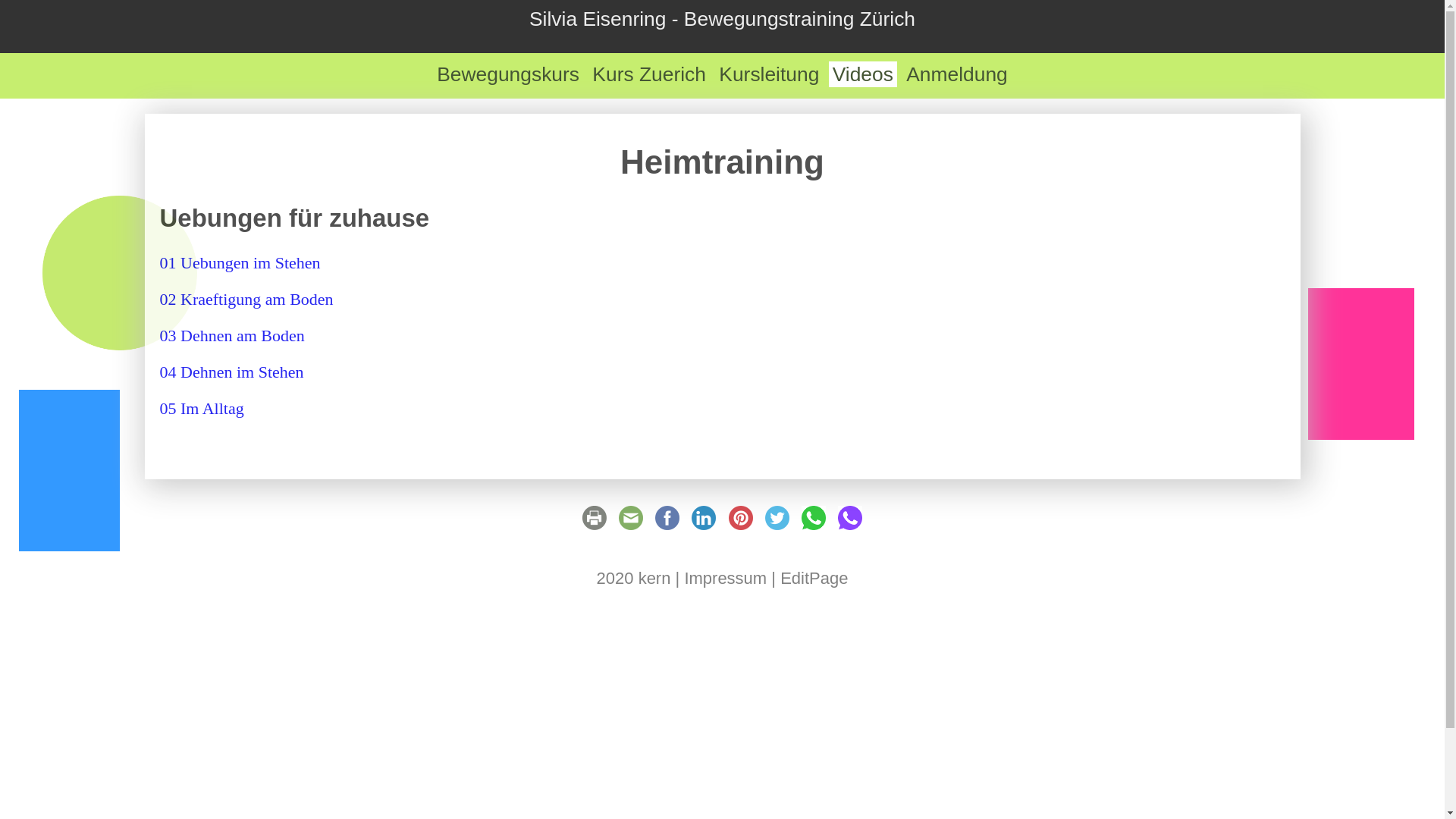 The height and width of the screenshot is (819, 1456). I want to click on 'Whatsapp', so click(813, 523).